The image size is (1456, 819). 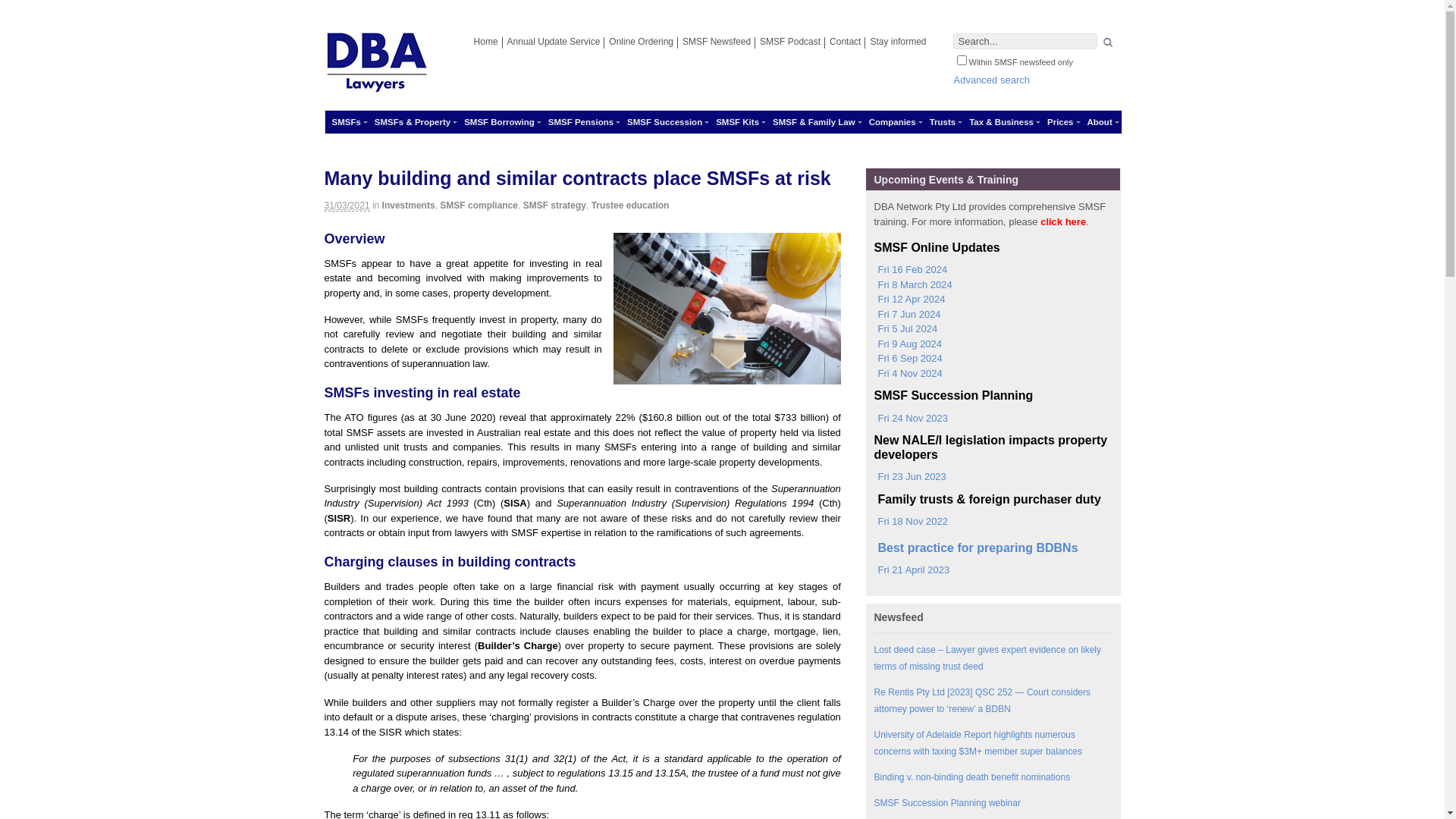 What do you see at coordinates (971, 777) in the screenshot?
I see `'Binding v. non-binding death benefit nominations'` at bounding box center [971, 777].